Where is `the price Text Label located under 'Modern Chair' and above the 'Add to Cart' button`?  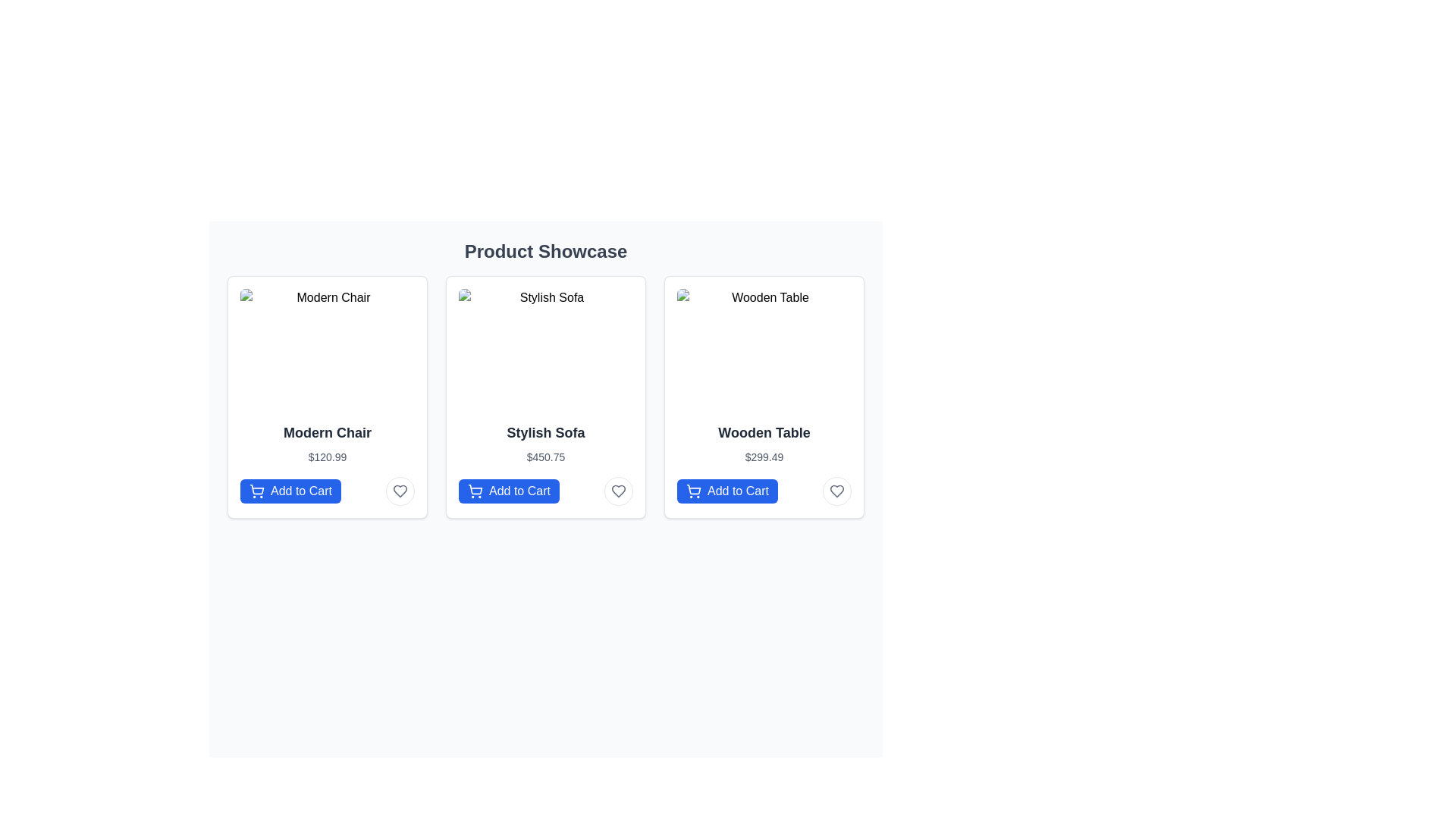
the price Text Label located under 'Modern Chair' and above the 'Add to Cart' button is located at coordinates (327, 456).